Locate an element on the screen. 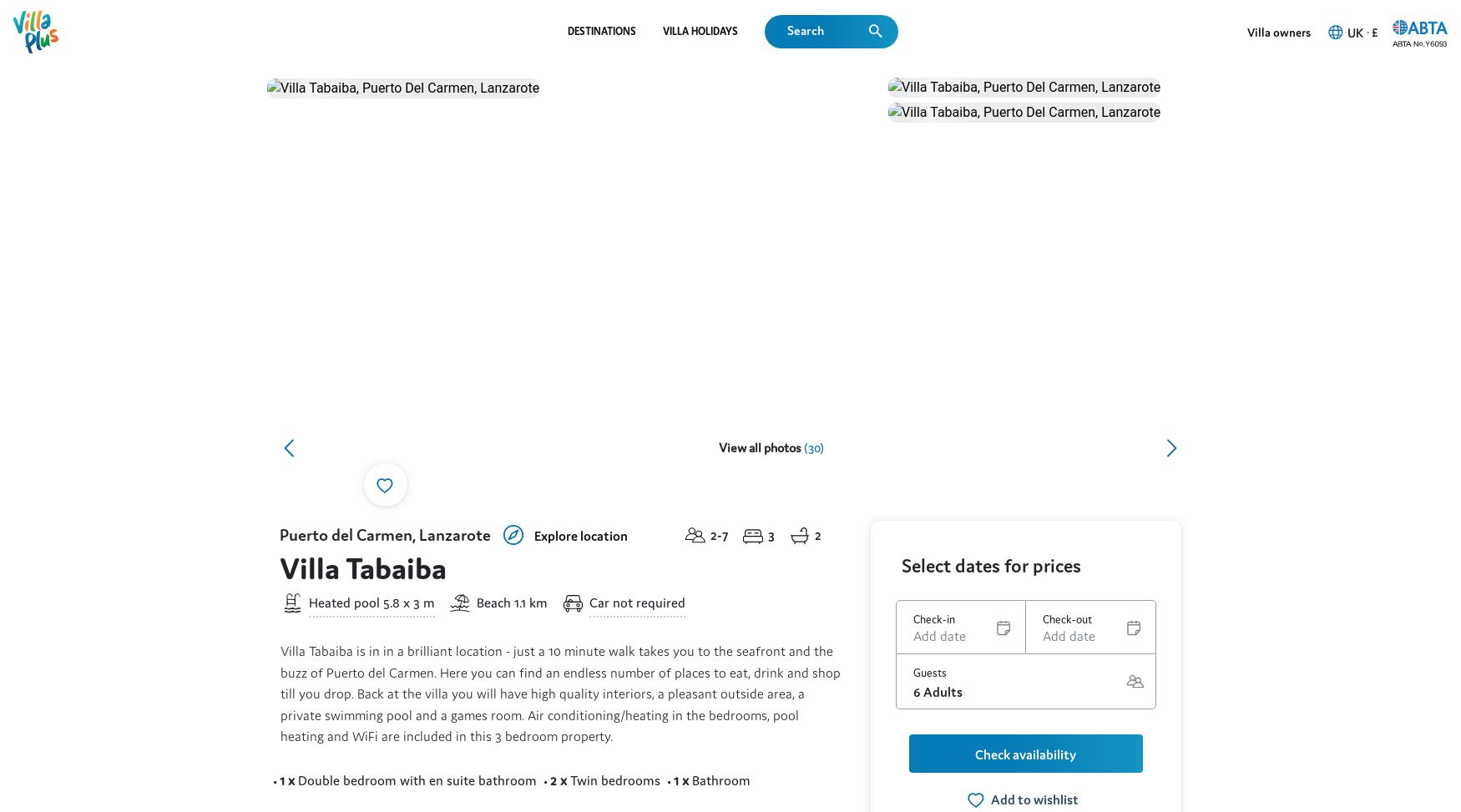 This screenshot has height=812, width=1461. 'Double bedroom with en suite bathroom' is located at coordinates (417, 52).